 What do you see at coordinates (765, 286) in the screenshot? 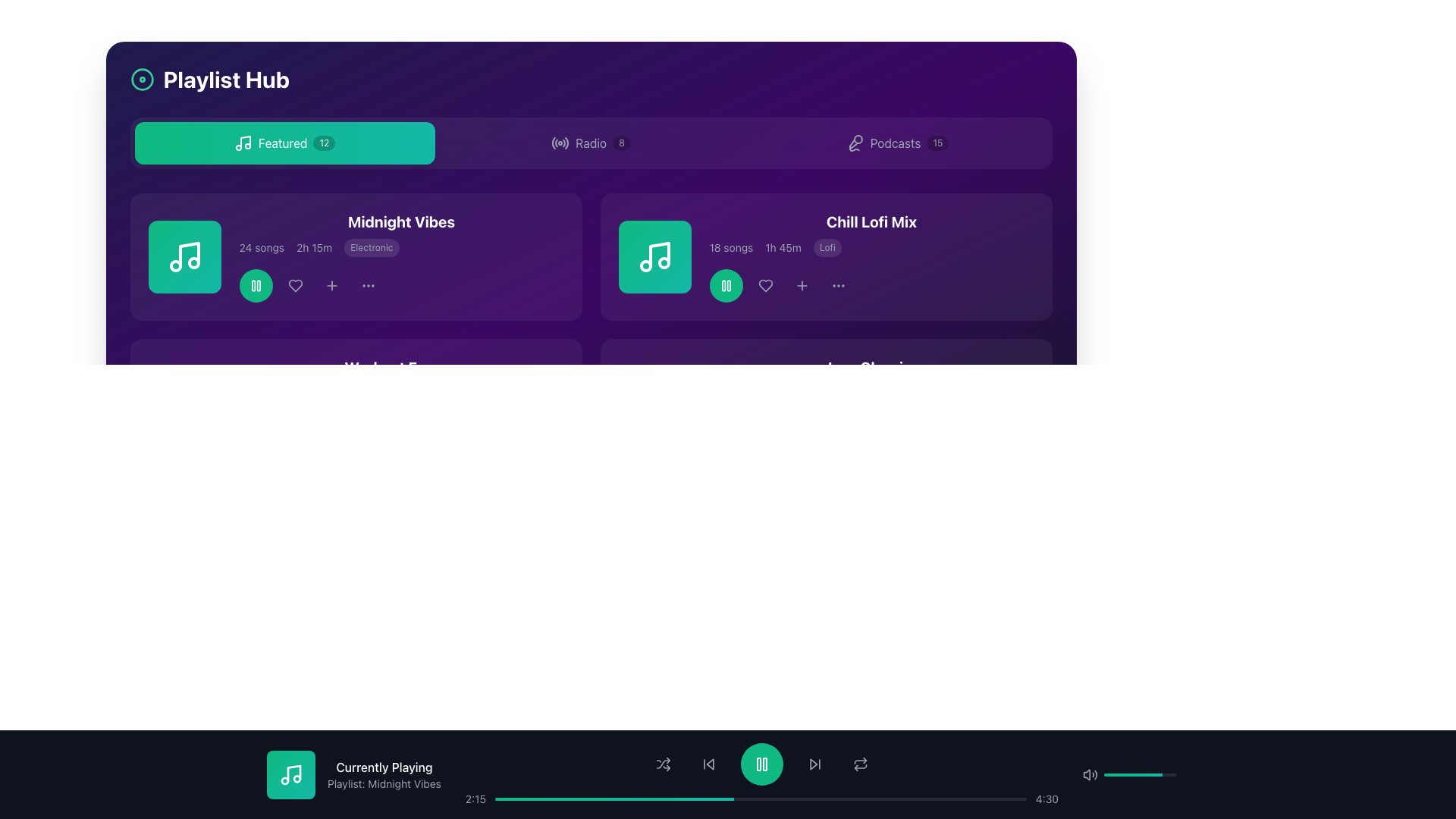
I see `the like icon located beneath the 'Chill Lofi Mix' playlist card, which is the second icon in the horizontal list, to express preference for the playlist` at bounding box center [765, 286].